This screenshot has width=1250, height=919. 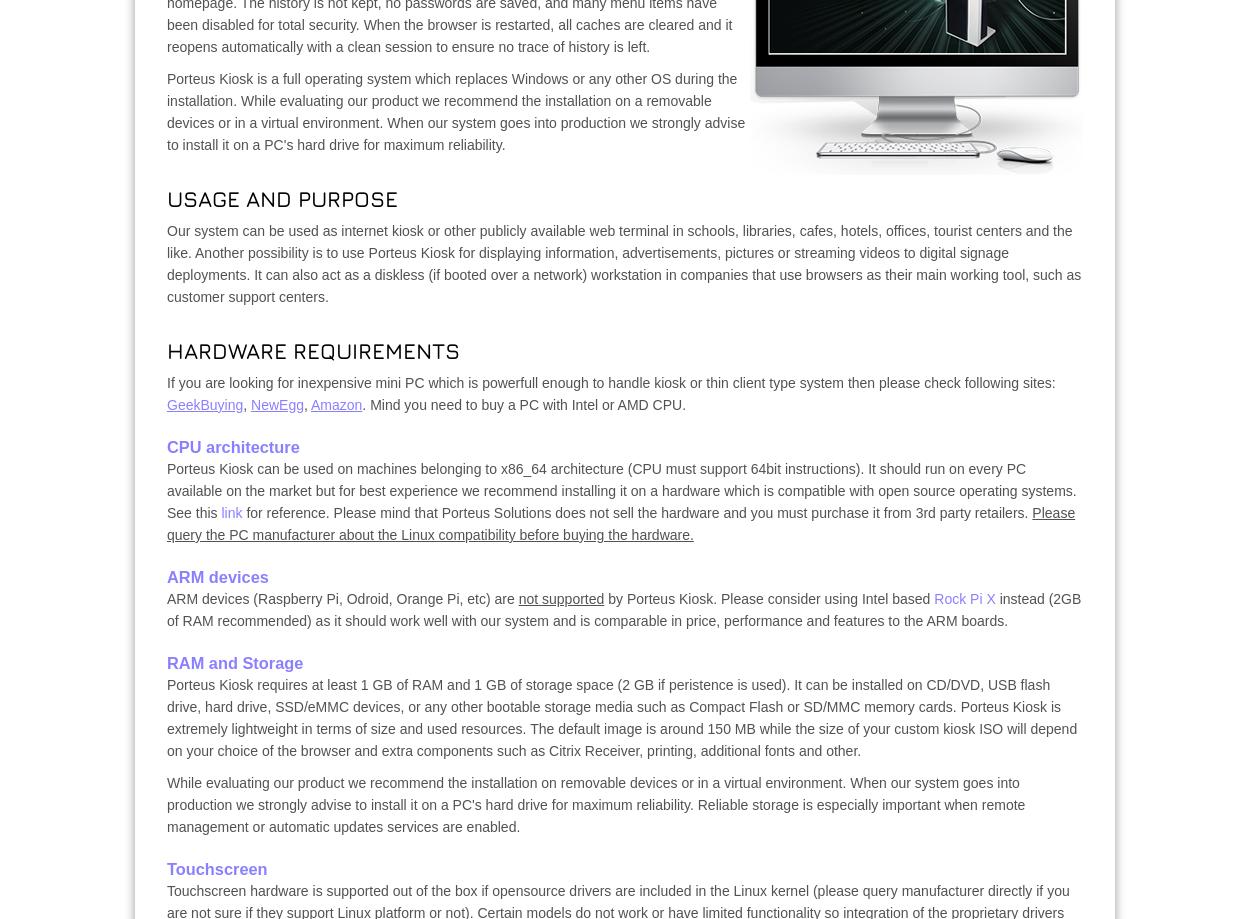 What do you see at coordinates (251, 405) in the screenshot?
I see `'NewEgg'` at bounding box center [251, 405].